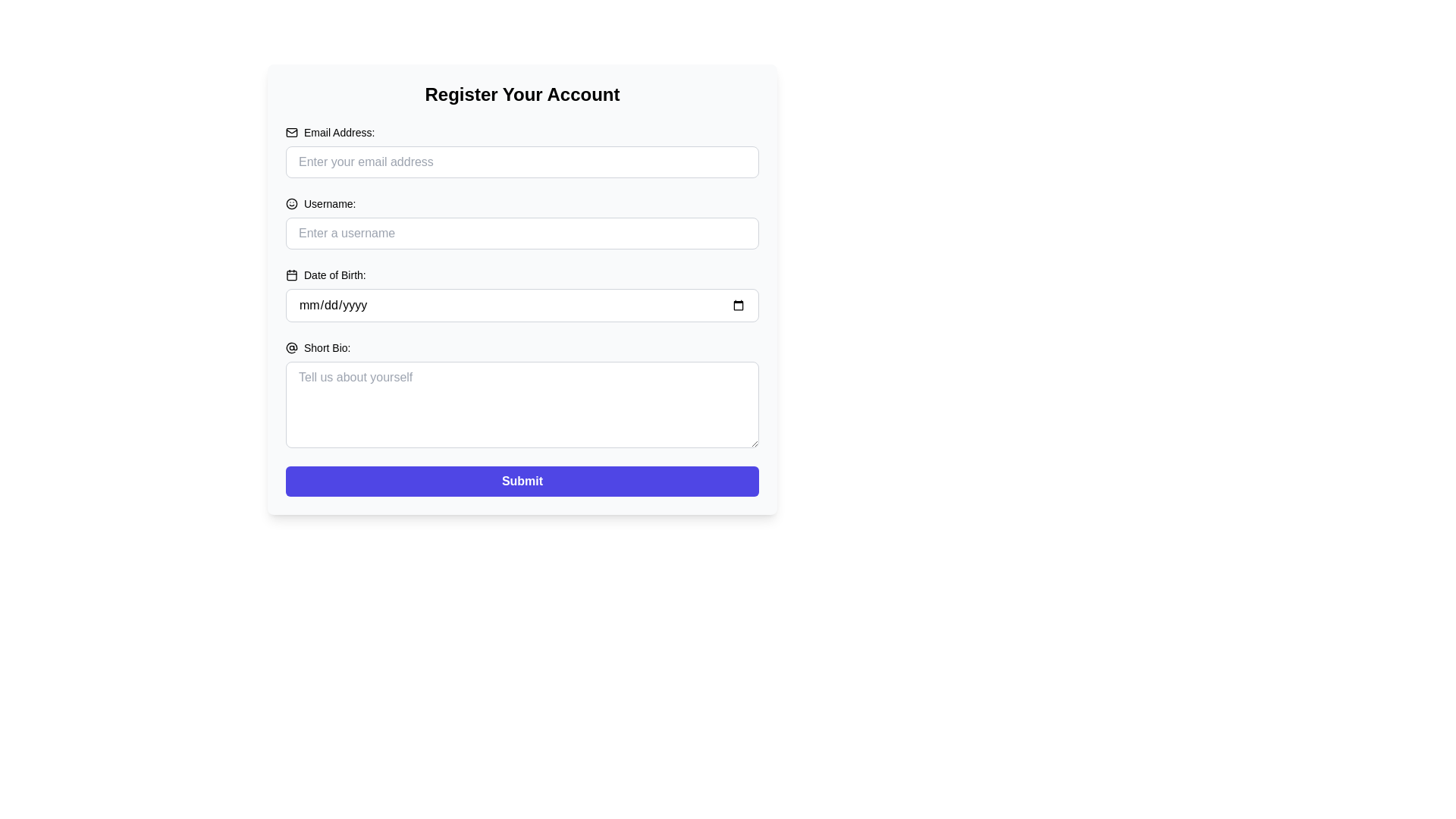 The width and height of the screenshot is (1456, 819). What do you see at coordinates (291, 275) in the screenshot?
I see `the center of the calendar icon, which is a small square with rounded corners and a minimalist grid design` at bounding box center [291, 275].